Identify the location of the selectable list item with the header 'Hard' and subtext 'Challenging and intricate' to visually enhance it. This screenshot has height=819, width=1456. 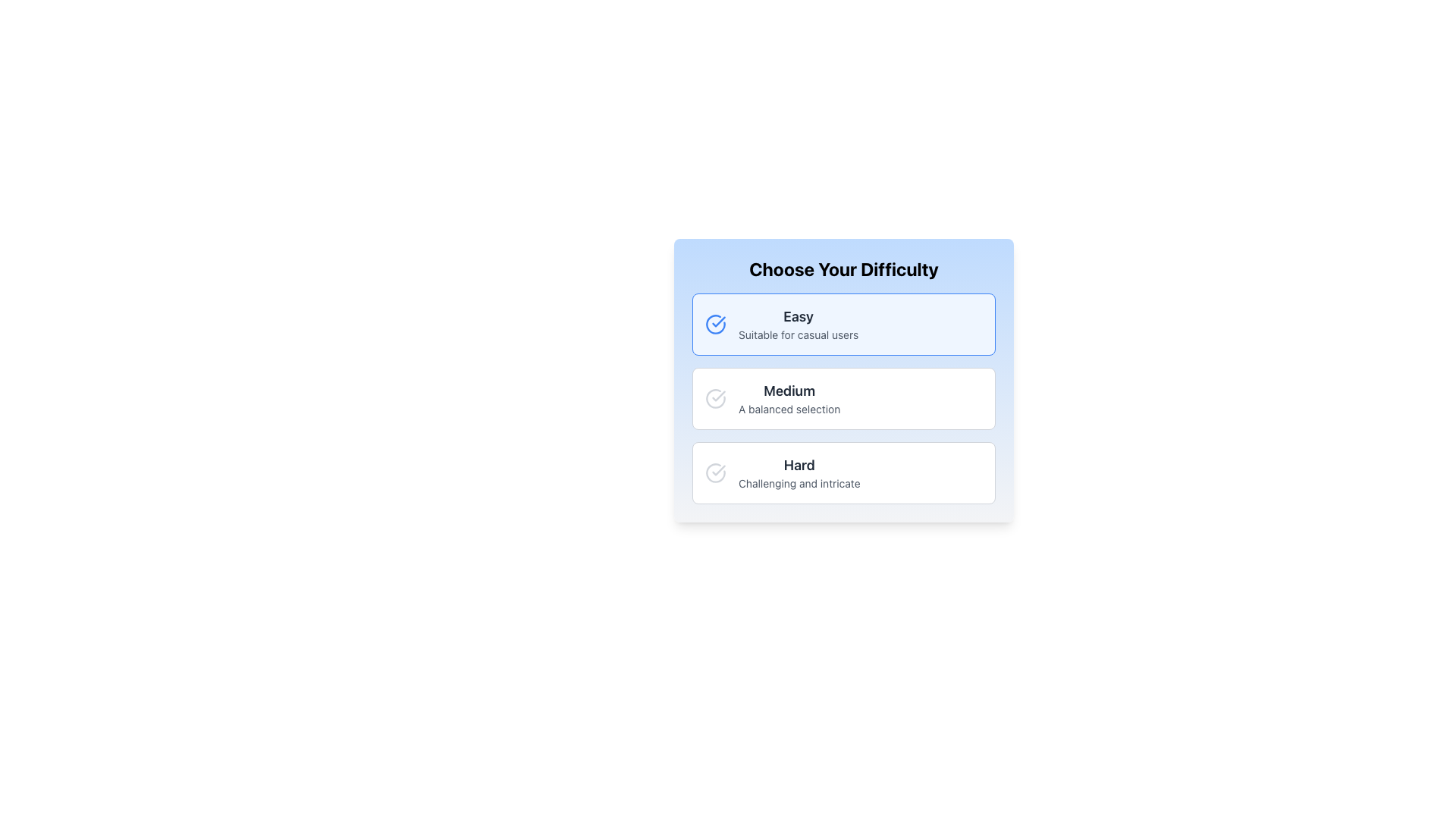
(843, 472).